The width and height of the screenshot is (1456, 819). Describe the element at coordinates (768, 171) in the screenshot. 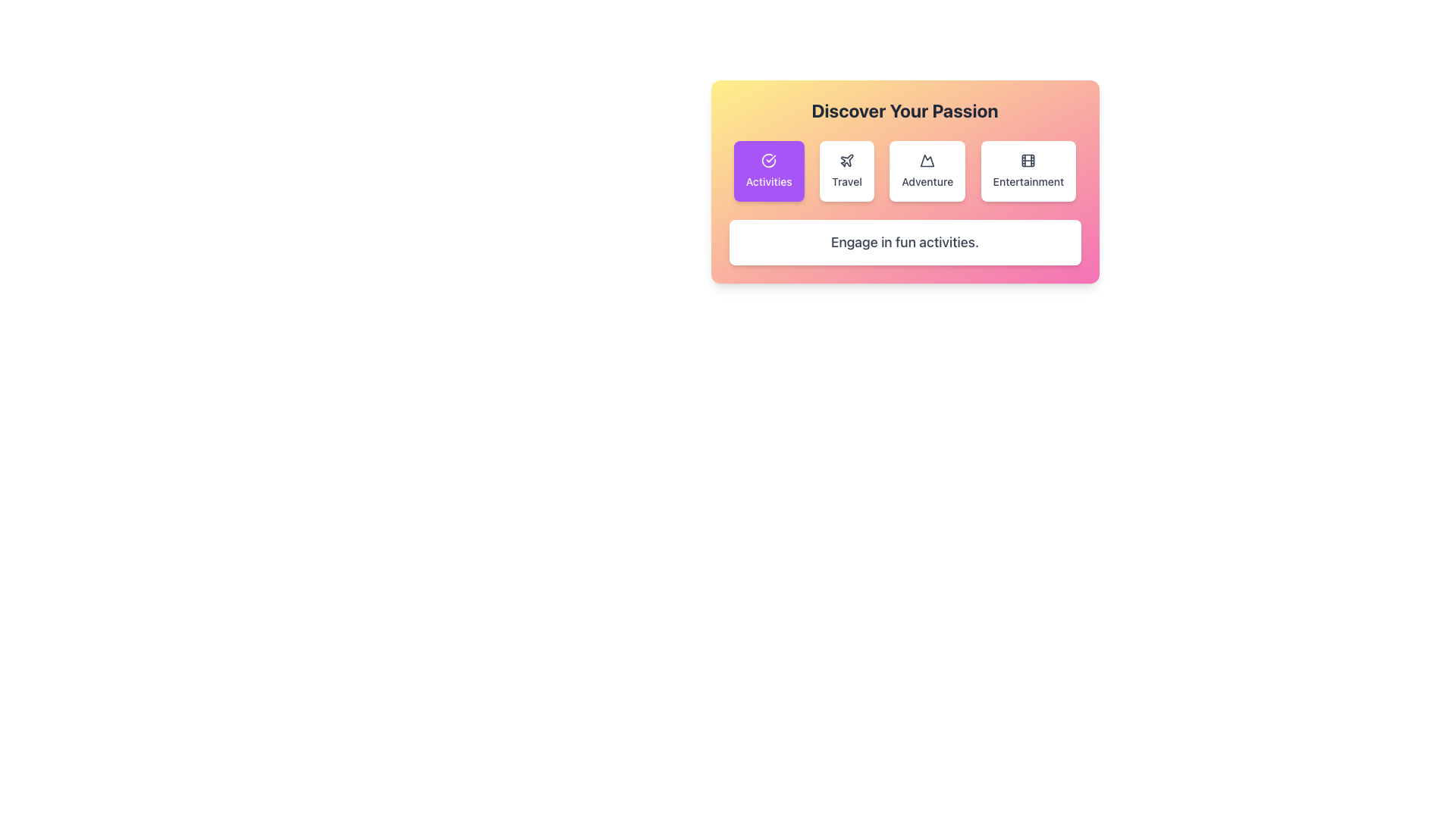

I see `the purple button labeled 'Activities' with a circular checkmark icon` at that location.